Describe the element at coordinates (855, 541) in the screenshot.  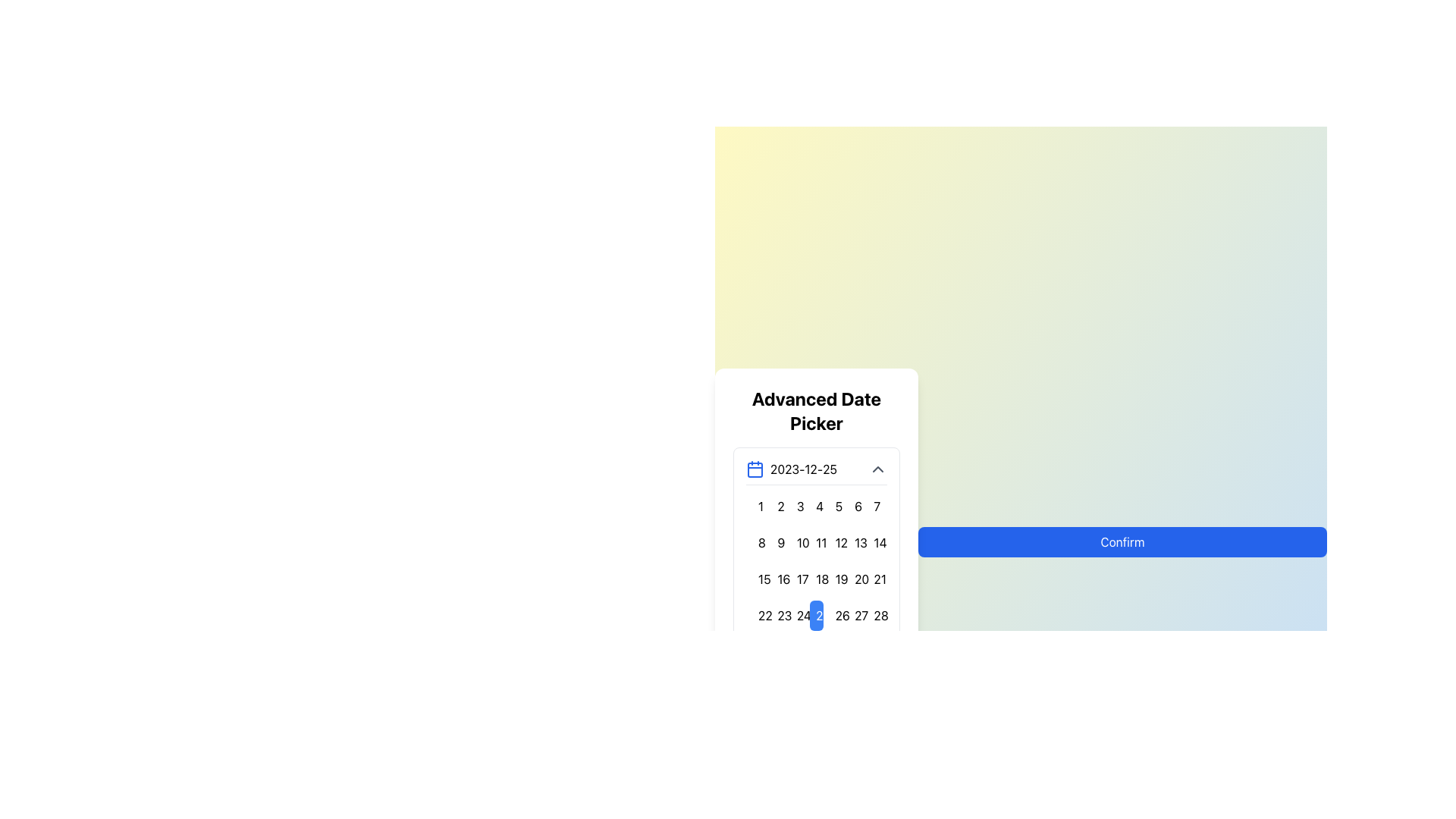
I see `the button displaying the numeral '13'` at that location.